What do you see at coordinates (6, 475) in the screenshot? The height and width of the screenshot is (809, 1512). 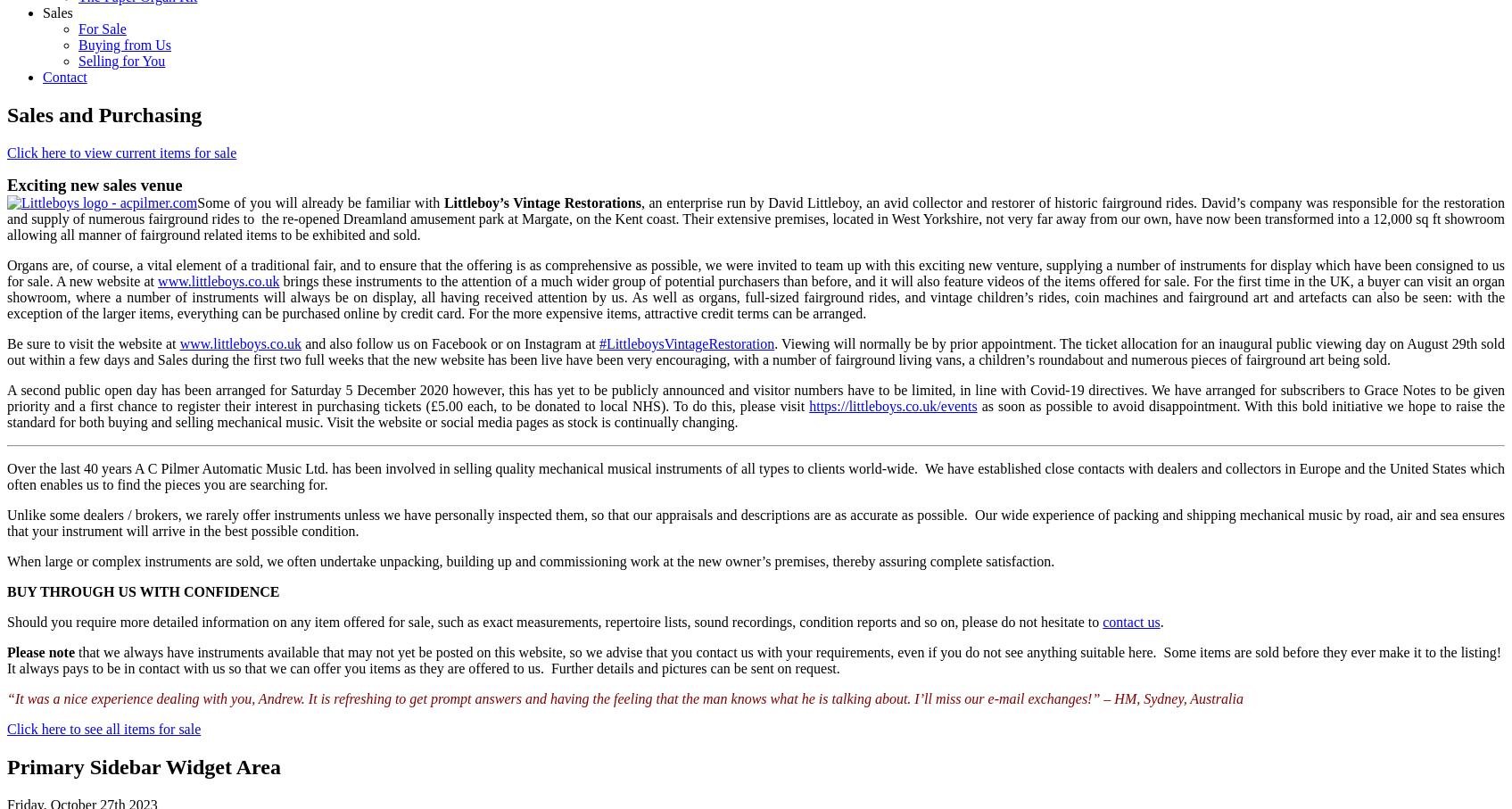 I see `'Over the last 40 years A C Pilmer Automatic Music Ltd. has been involved in selling quality mechanical musical instruments of all types to clients world-wide.  We have established close contacts with dealers and collectors in Europe and the United States which often enables us to find the pieces you are searching for.'` at bounding box center [6, 475].